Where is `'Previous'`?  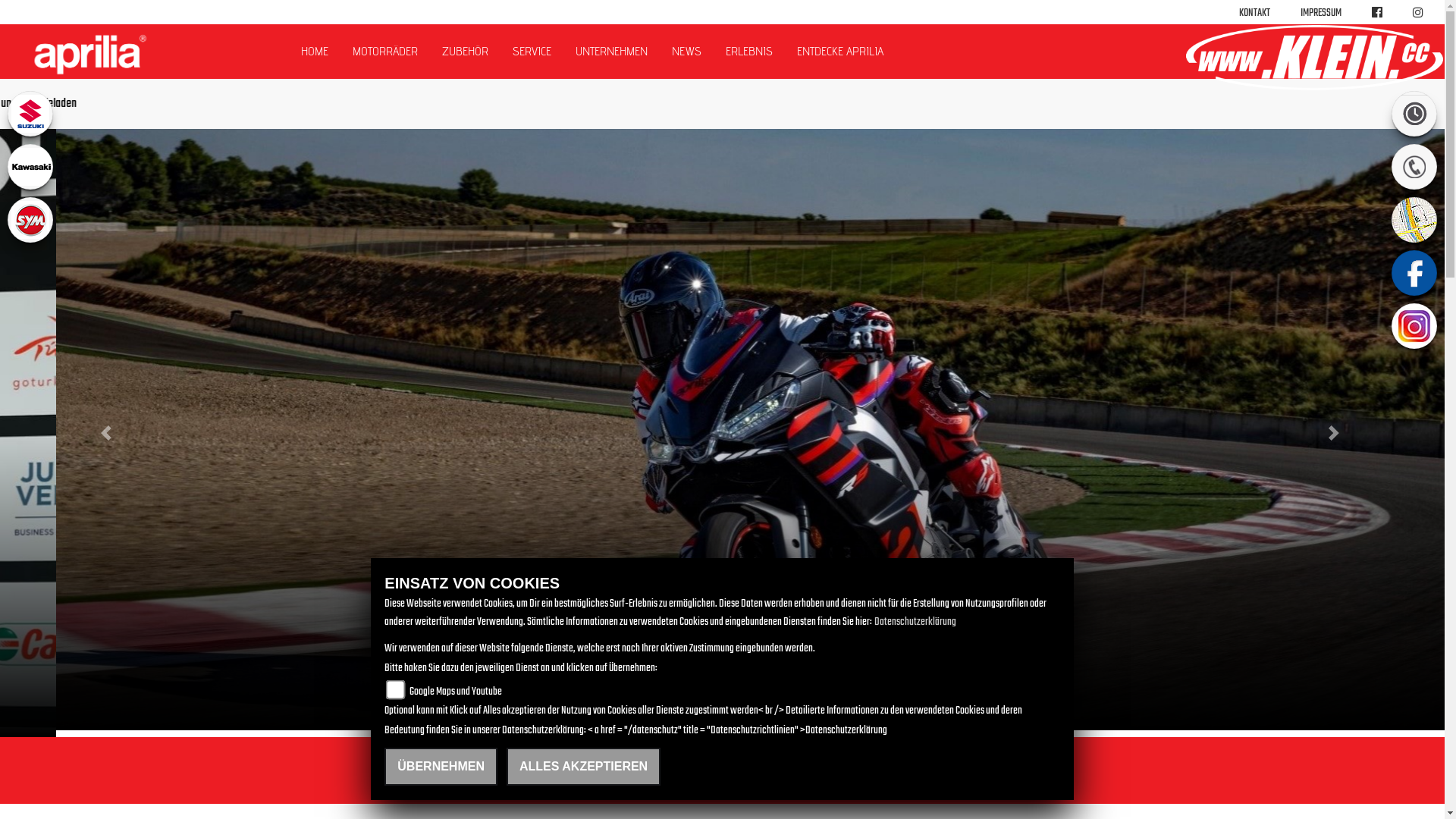 'Previous' is located at coordinates (108, 432).